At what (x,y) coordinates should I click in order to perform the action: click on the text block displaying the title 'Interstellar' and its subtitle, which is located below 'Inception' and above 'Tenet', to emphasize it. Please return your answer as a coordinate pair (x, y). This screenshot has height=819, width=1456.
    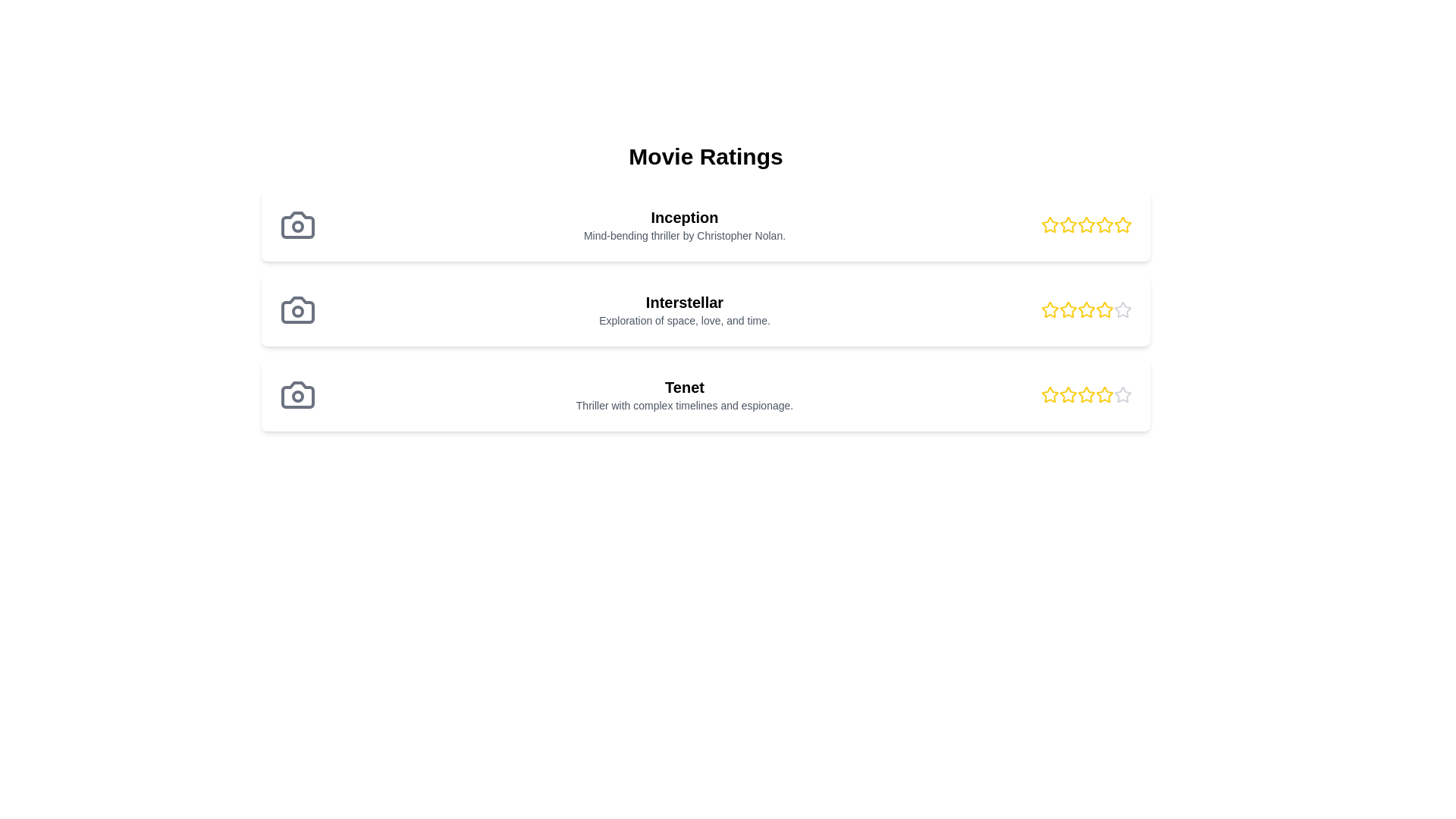
    Looking at the image, I should click on (683, 309).